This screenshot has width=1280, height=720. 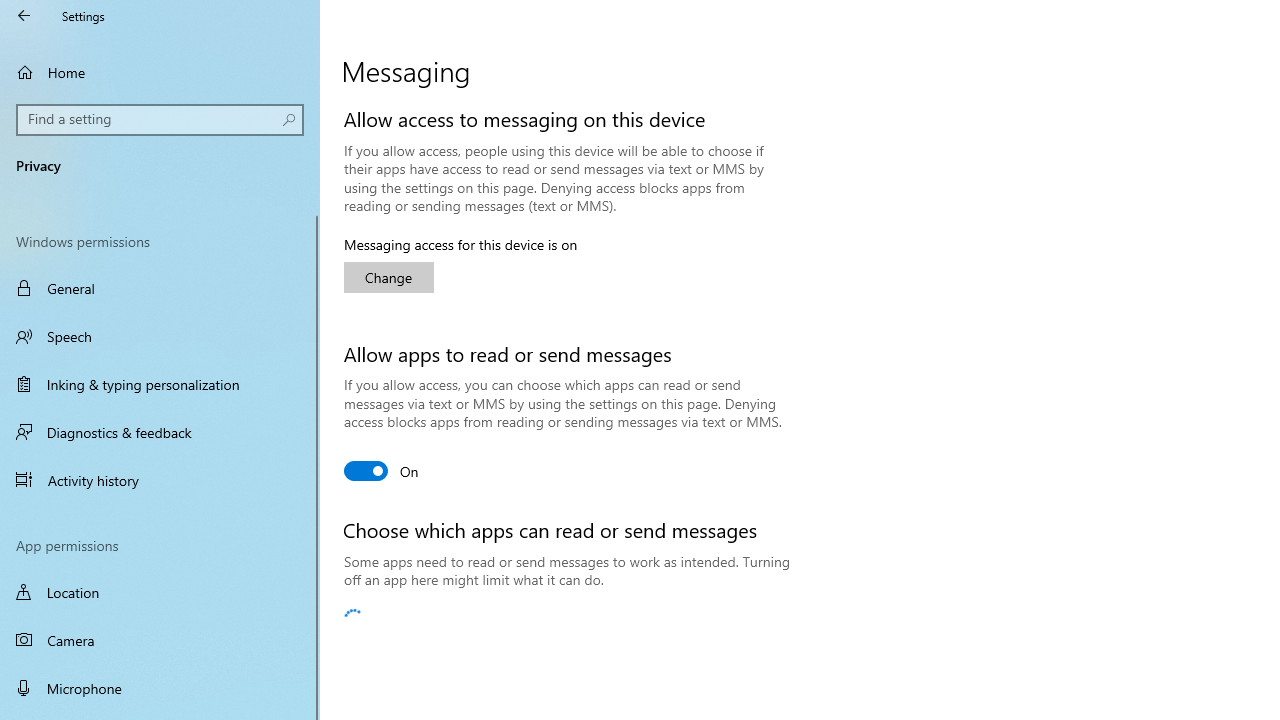 What do you see at coordinates (160, 384) in the screenshot?
I see `'Inking & typing personalization'` at bounding box center [160, 384].